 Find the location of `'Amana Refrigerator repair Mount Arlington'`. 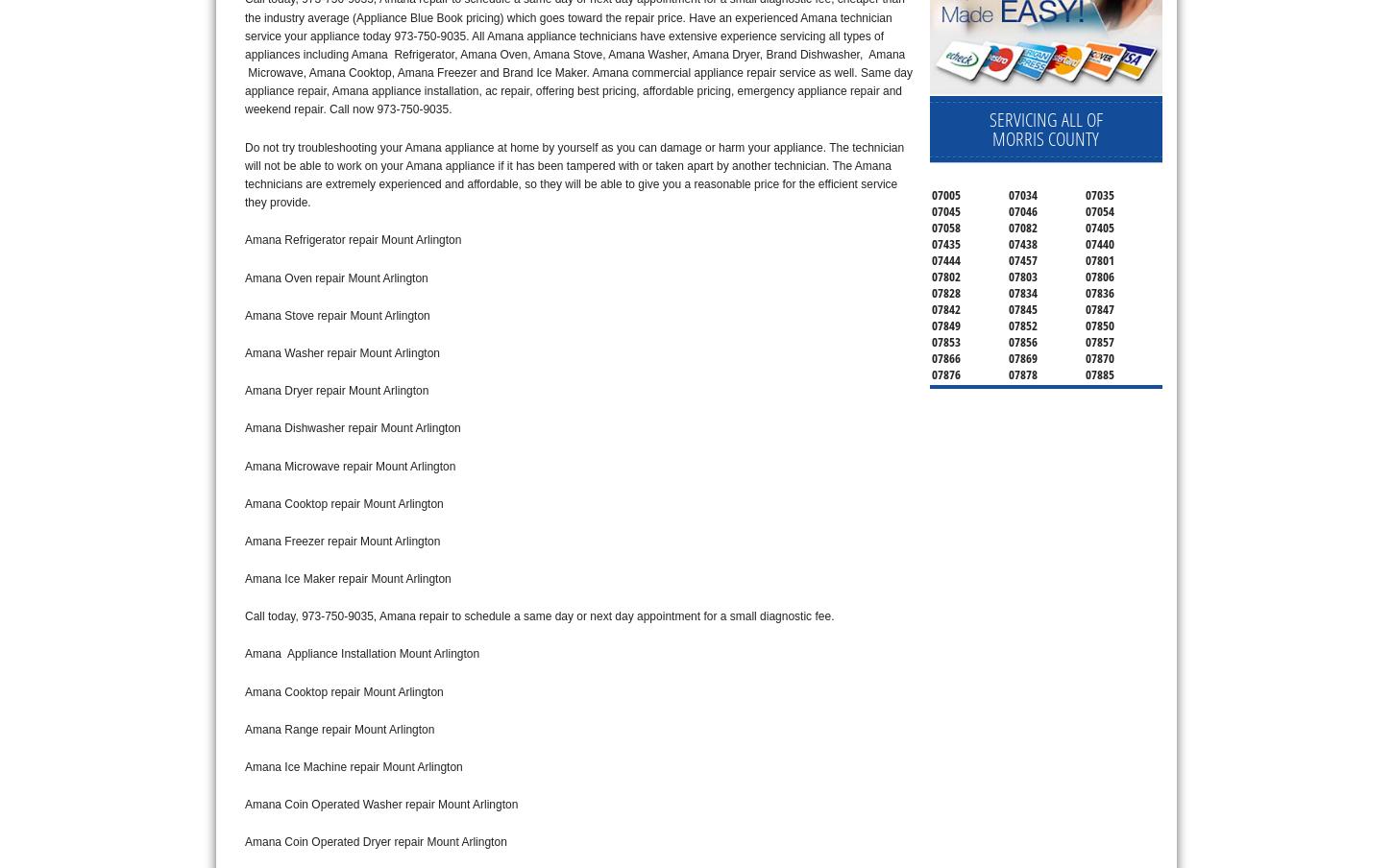

'Amana Refrigerator repair Mount Arlington' is located at coordinates (352, 238).